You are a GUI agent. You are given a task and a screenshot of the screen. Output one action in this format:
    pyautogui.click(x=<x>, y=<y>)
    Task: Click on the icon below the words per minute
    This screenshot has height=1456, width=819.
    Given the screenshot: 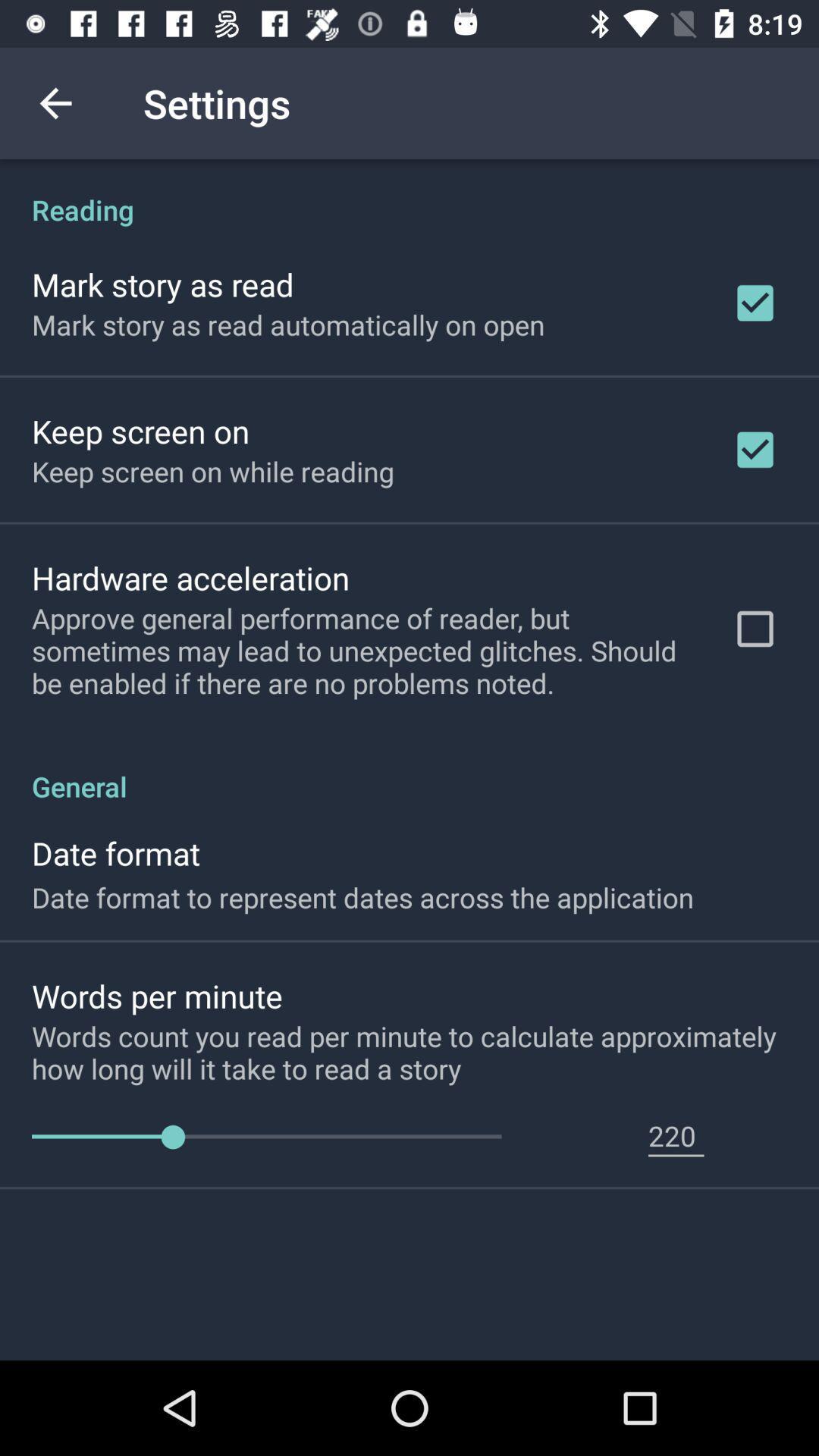 What is the action you would take?
    pyautogui.click(x=425, y=1051)
    